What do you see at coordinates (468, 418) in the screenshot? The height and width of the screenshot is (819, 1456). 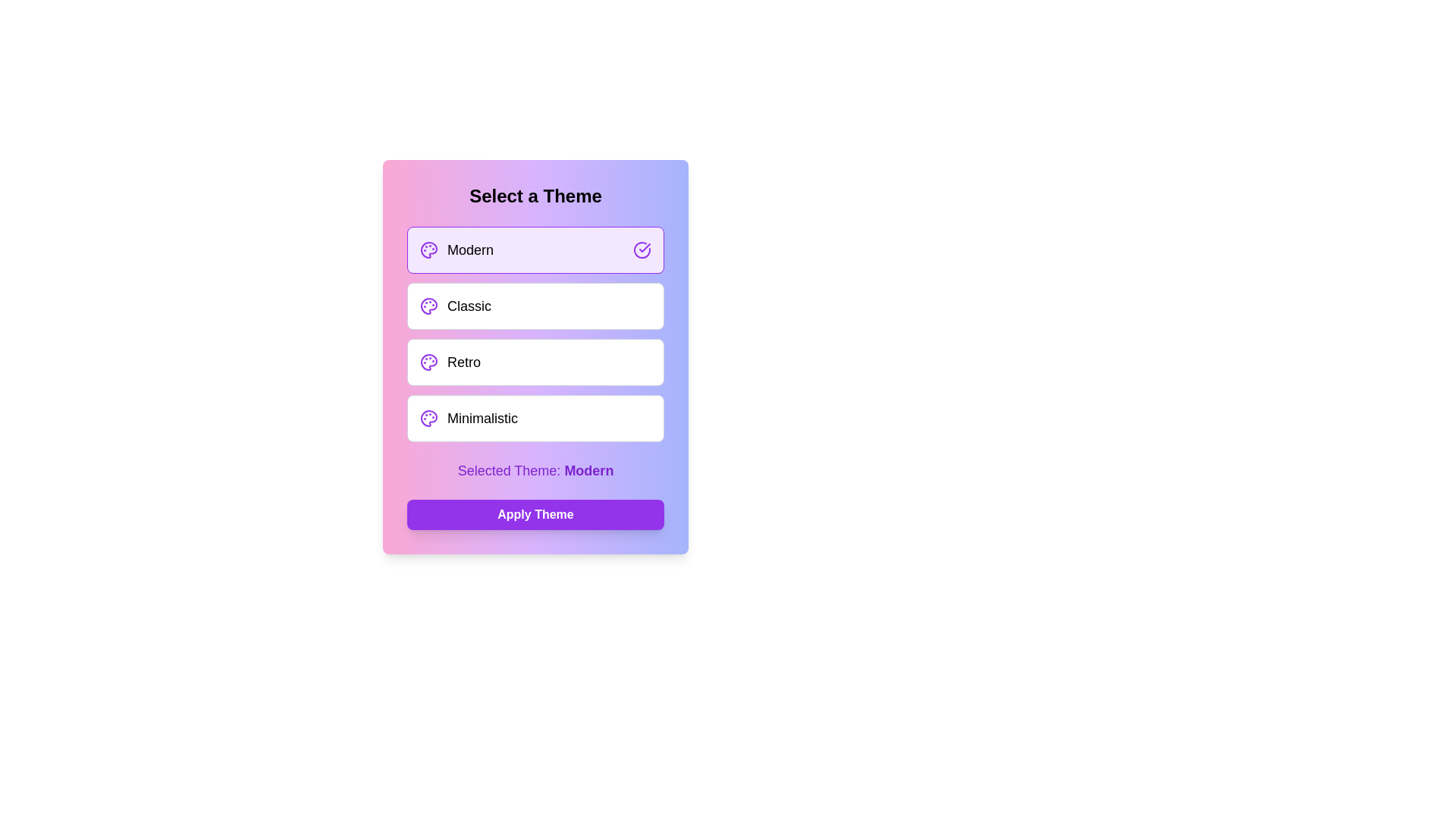 I see `the 'Minimalistic' theme option label and icon, which is the fourth selectable option in the theme list inside the modal dialog` at bounding box center [468, 418].